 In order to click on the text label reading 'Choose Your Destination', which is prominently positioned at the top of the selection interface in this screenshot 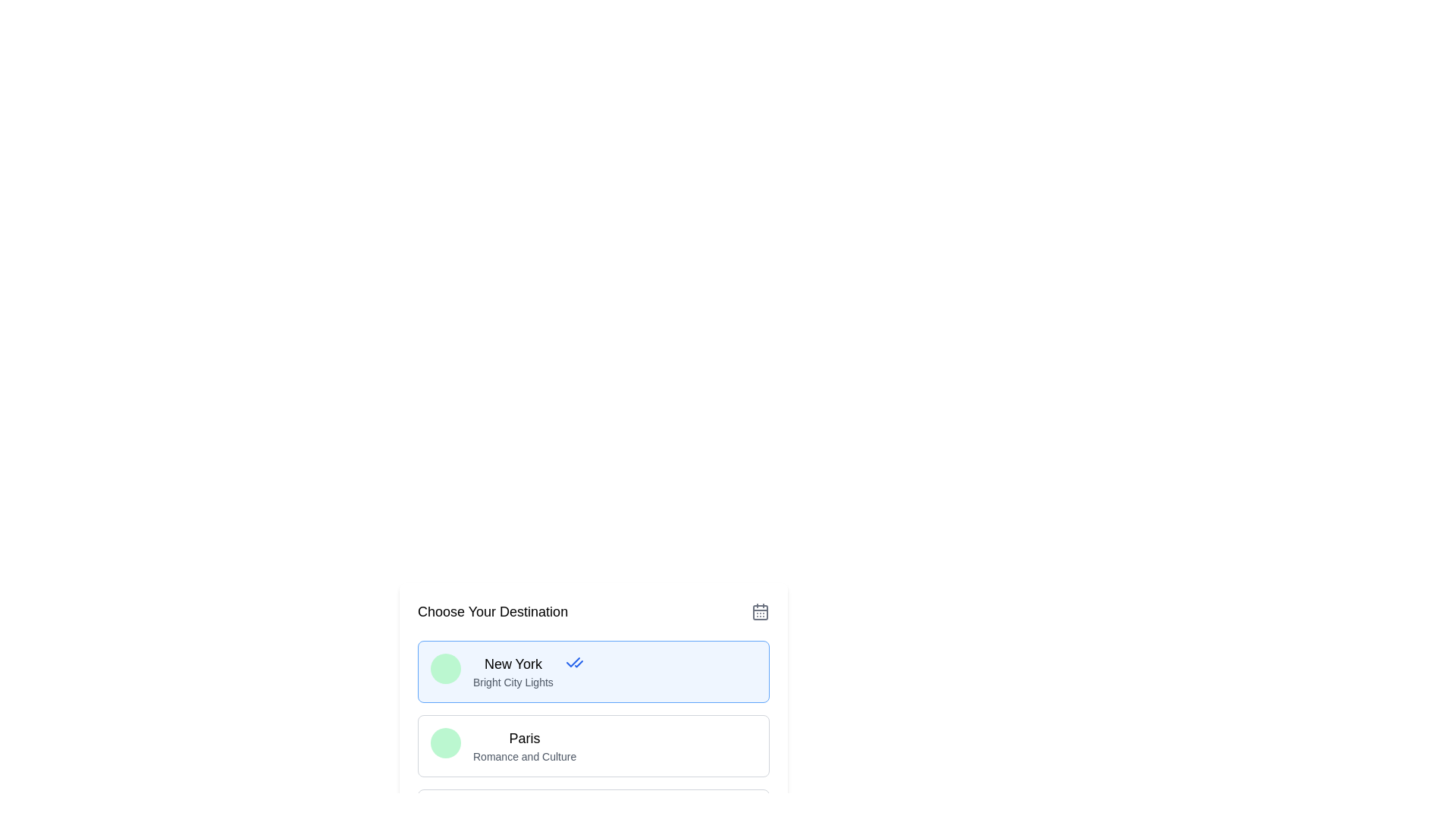, I will do `click(493, 610)`.